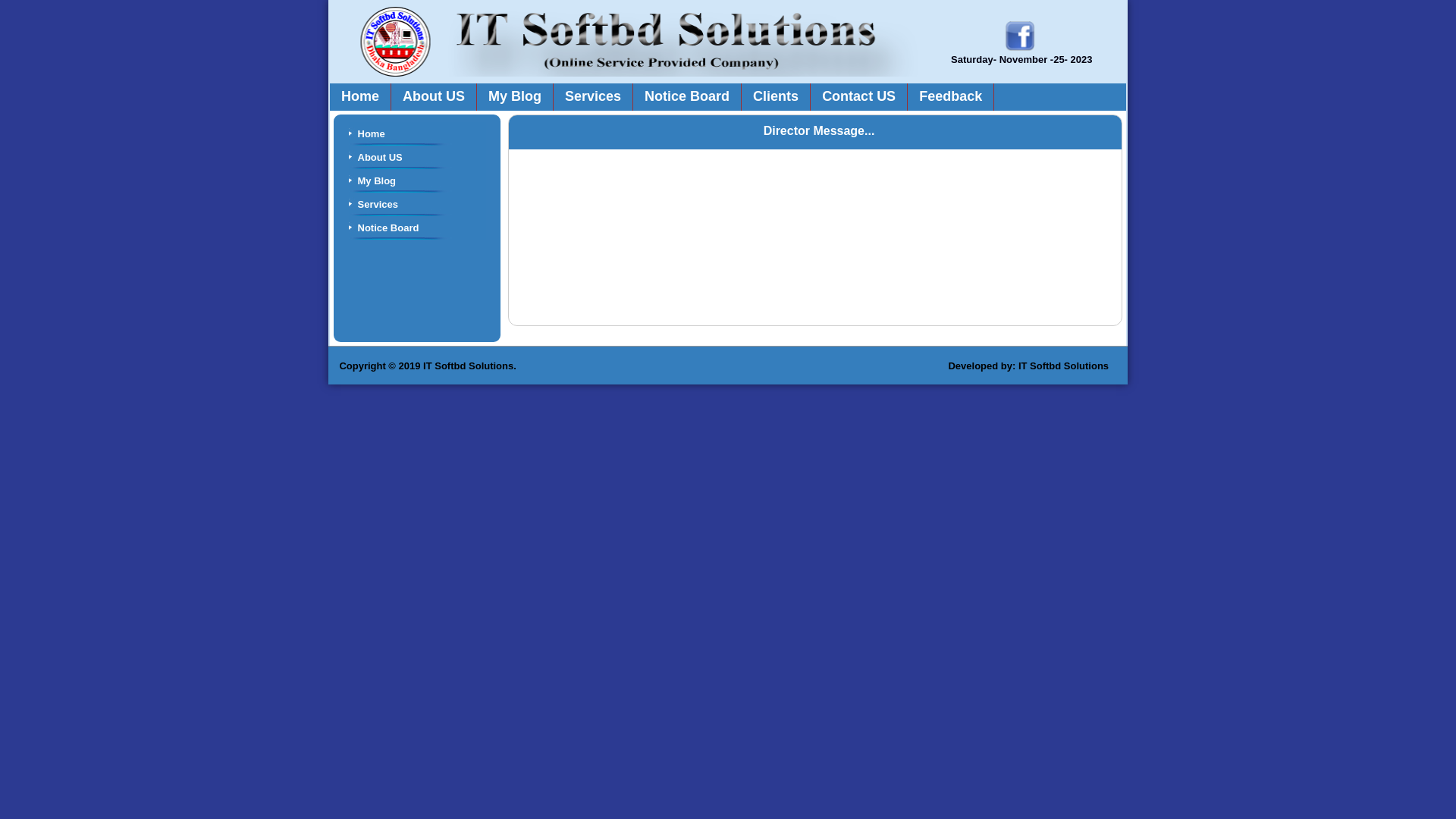  I want to click on 'Contact US', so click(858, 96).